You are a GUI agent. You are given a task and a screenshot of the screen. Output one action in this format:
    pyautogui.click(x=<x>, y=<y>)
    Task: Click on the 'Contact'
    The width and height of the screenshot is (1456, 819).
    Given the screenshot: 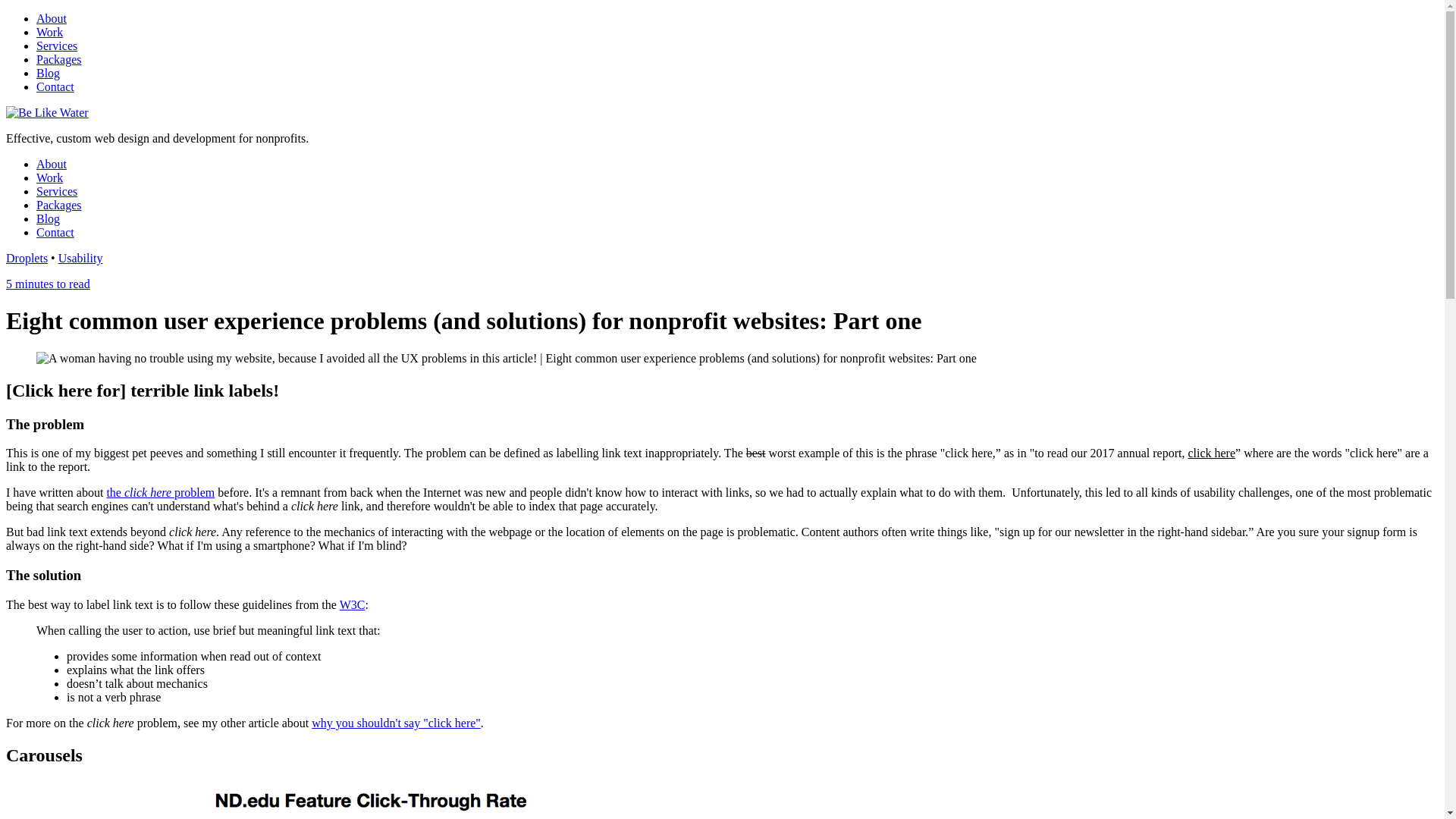 What is the action you would take?
    pyautogui.click(x=55, y=86)
    